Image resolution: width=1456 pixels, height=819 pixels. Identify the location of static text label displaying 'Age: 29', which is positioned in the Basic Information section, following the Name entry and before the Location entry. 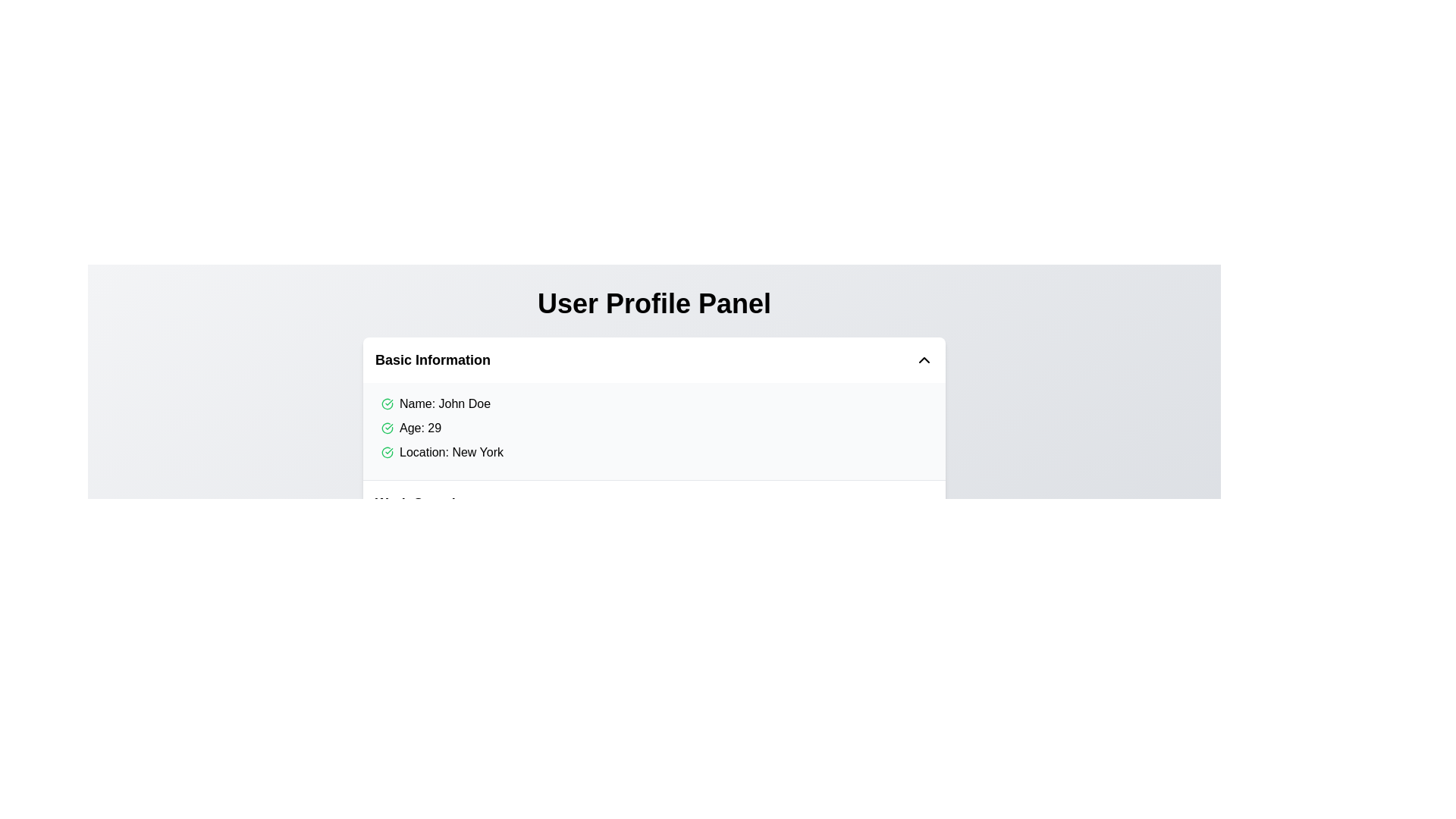
(420, 428).